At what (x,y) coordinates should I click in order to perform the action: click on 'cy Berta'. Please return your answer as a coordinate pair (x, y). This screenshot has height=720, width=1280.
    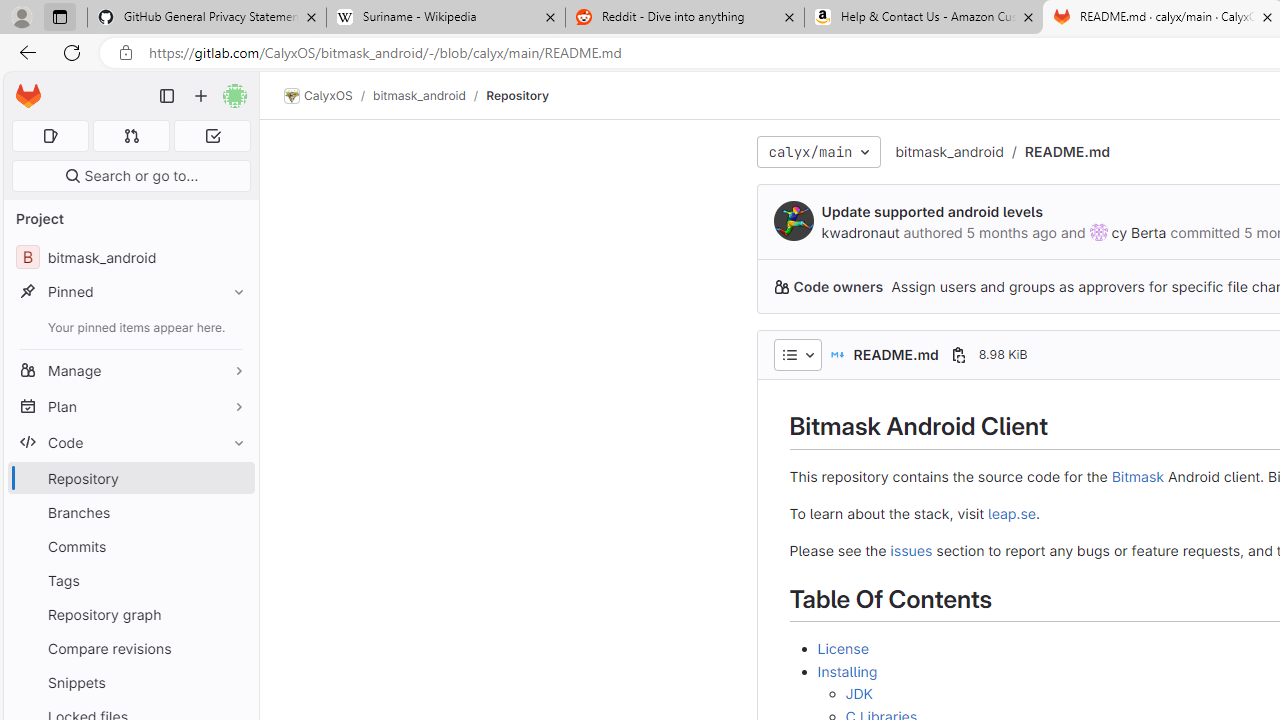
    Looking at the image, I should click on (1097, 231).